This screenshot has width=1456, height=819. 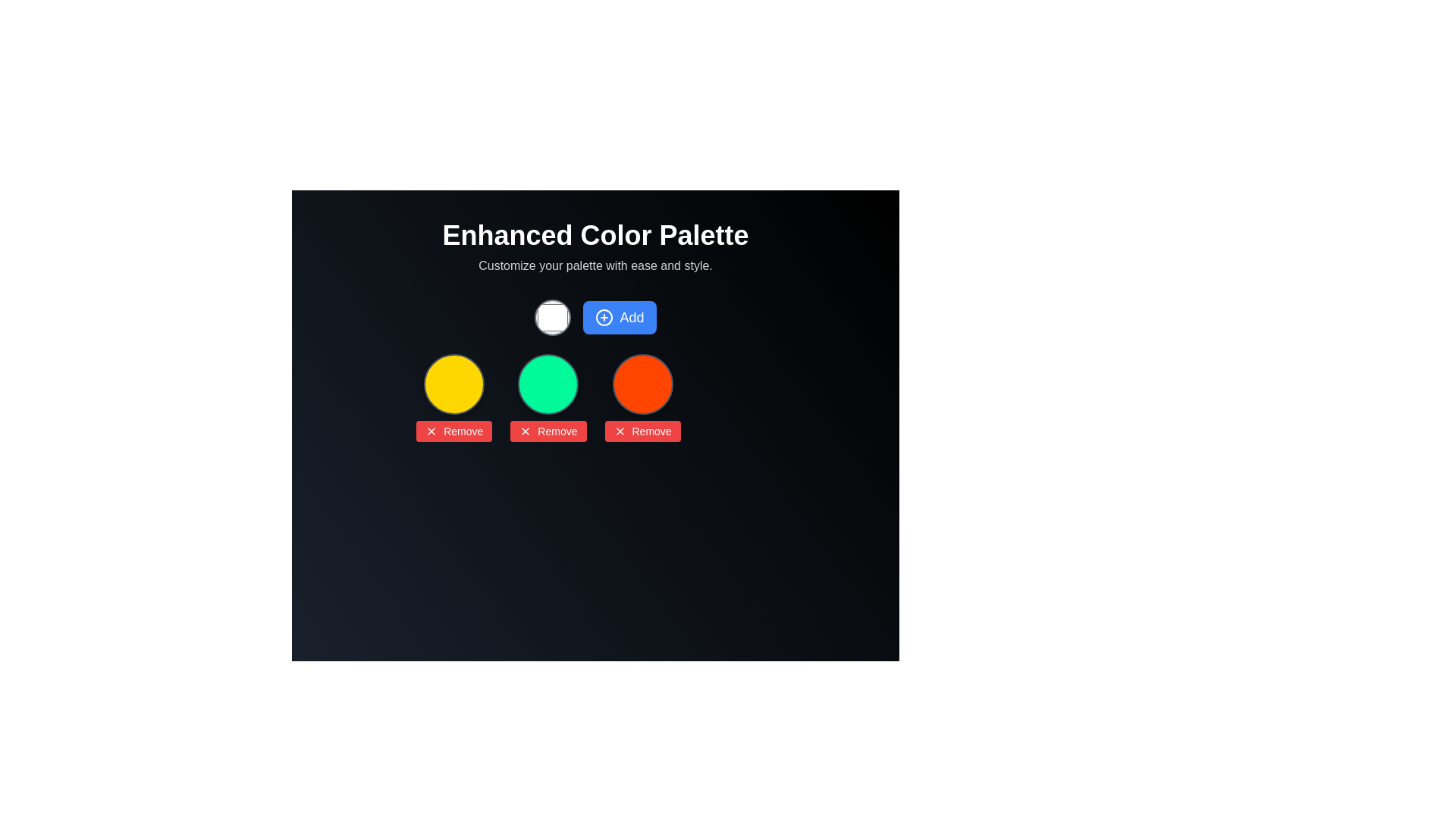 I want to click on the graphical icon resembling a circle with a plus sign, which is part of the blue 'Add' button located below the title 'Enhanced Color Palette', so click(x=604, y=317).